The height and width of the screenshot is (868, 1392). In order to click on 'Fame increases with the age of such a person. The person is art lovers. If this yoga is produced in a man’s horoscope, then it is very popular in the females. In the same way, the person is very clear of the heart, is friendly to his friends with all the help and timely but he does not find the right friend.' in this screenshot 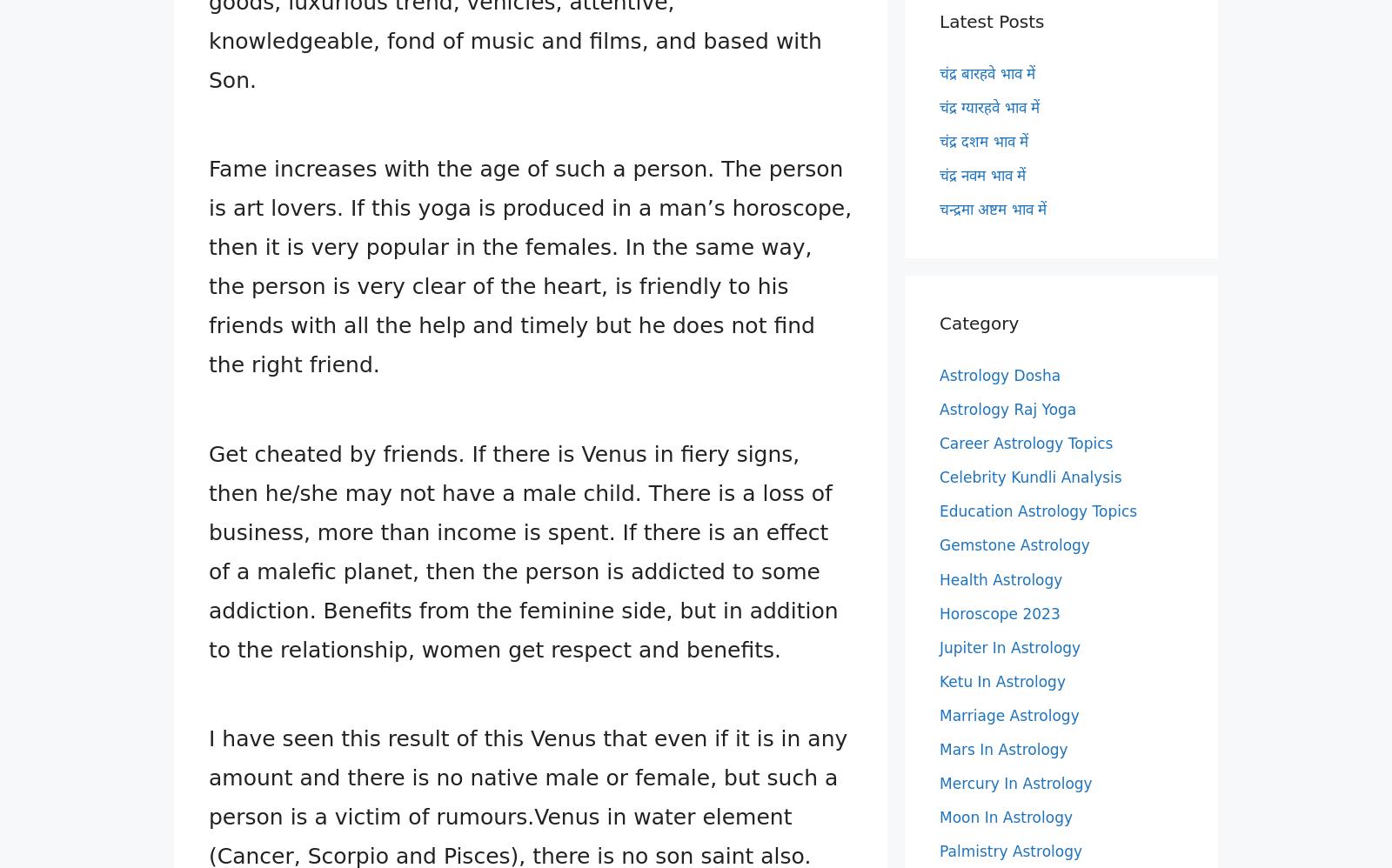, I will do `click(530, 266)`.